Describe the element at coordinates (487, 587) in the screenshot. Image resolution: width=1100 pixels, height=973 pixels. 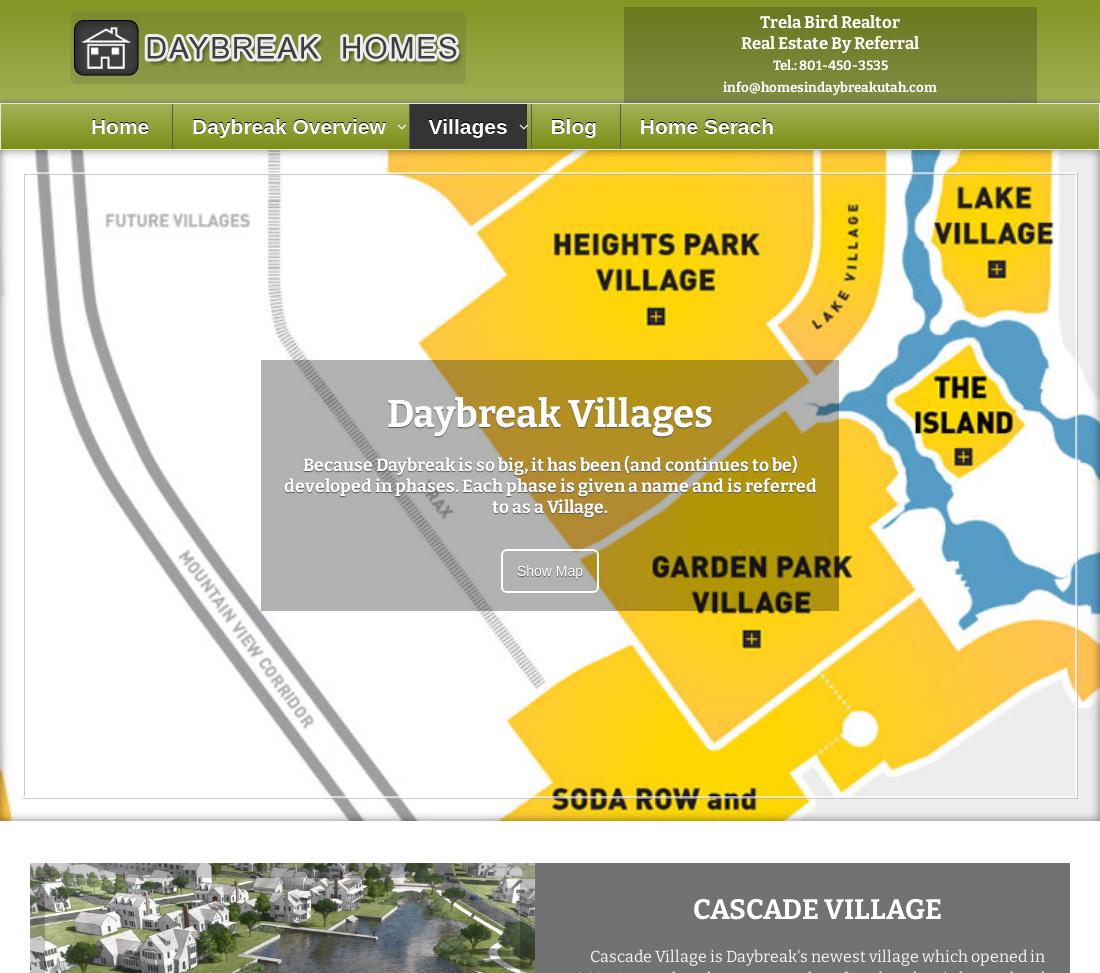
I see `'North Station Village'` at that location.